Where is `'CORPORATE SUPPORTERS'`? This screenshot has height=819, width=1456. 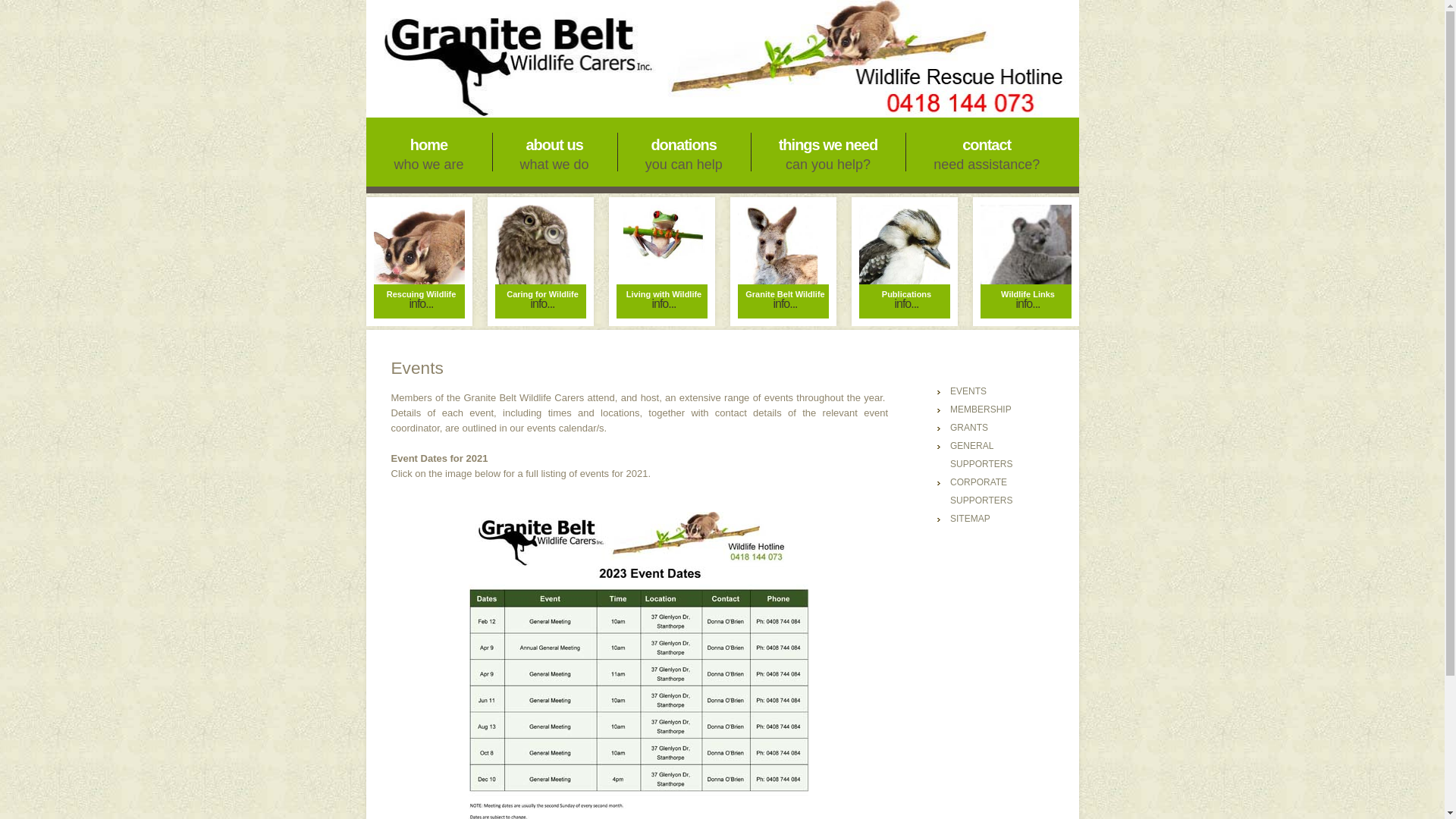
'CORPORATE SUPPORTERS' is located at coordinates (981, 491).